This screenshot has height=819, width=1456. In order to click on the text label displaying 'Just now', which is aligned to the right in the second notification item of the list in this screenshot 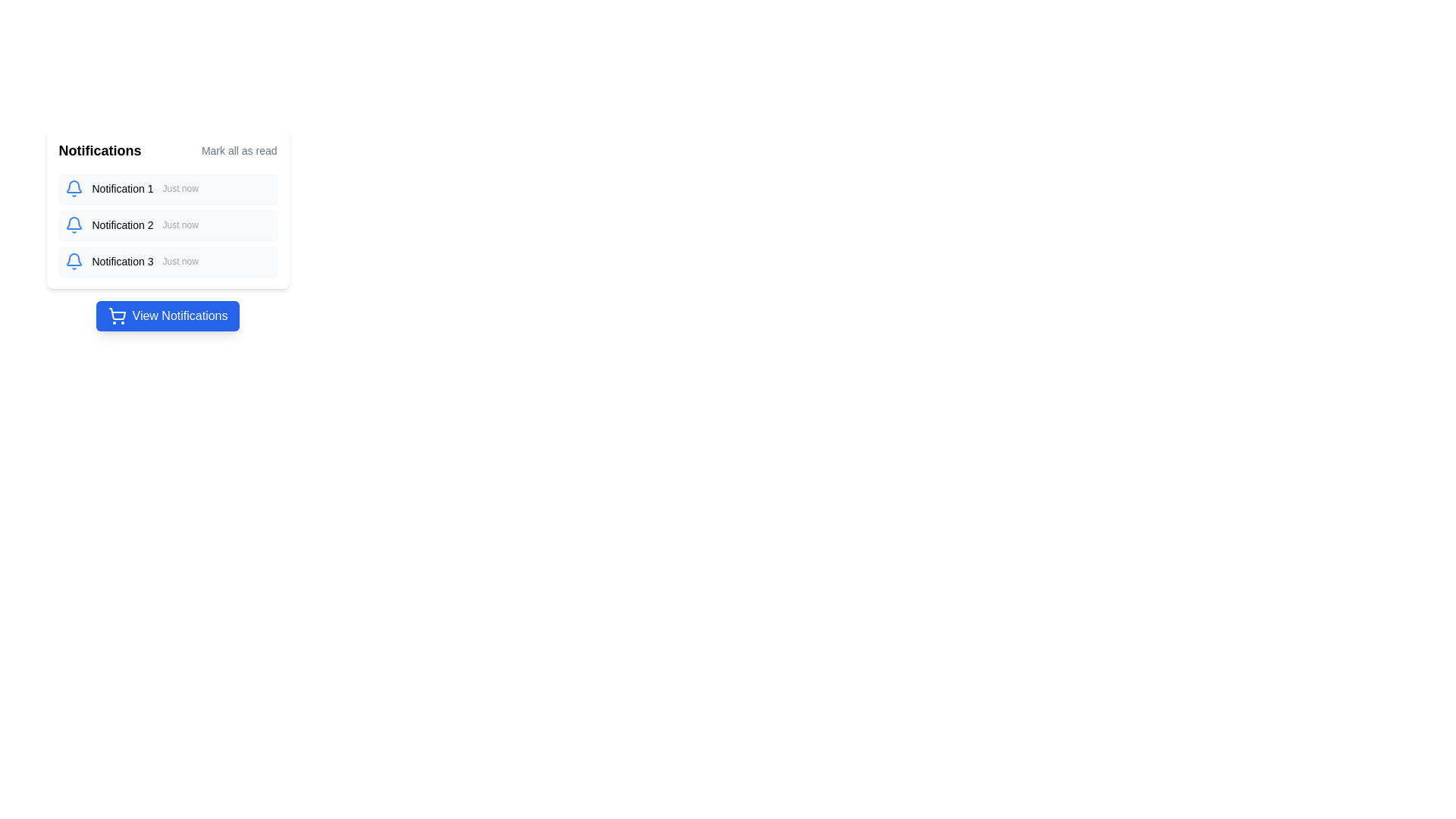, I will do `click(180, 225)`.